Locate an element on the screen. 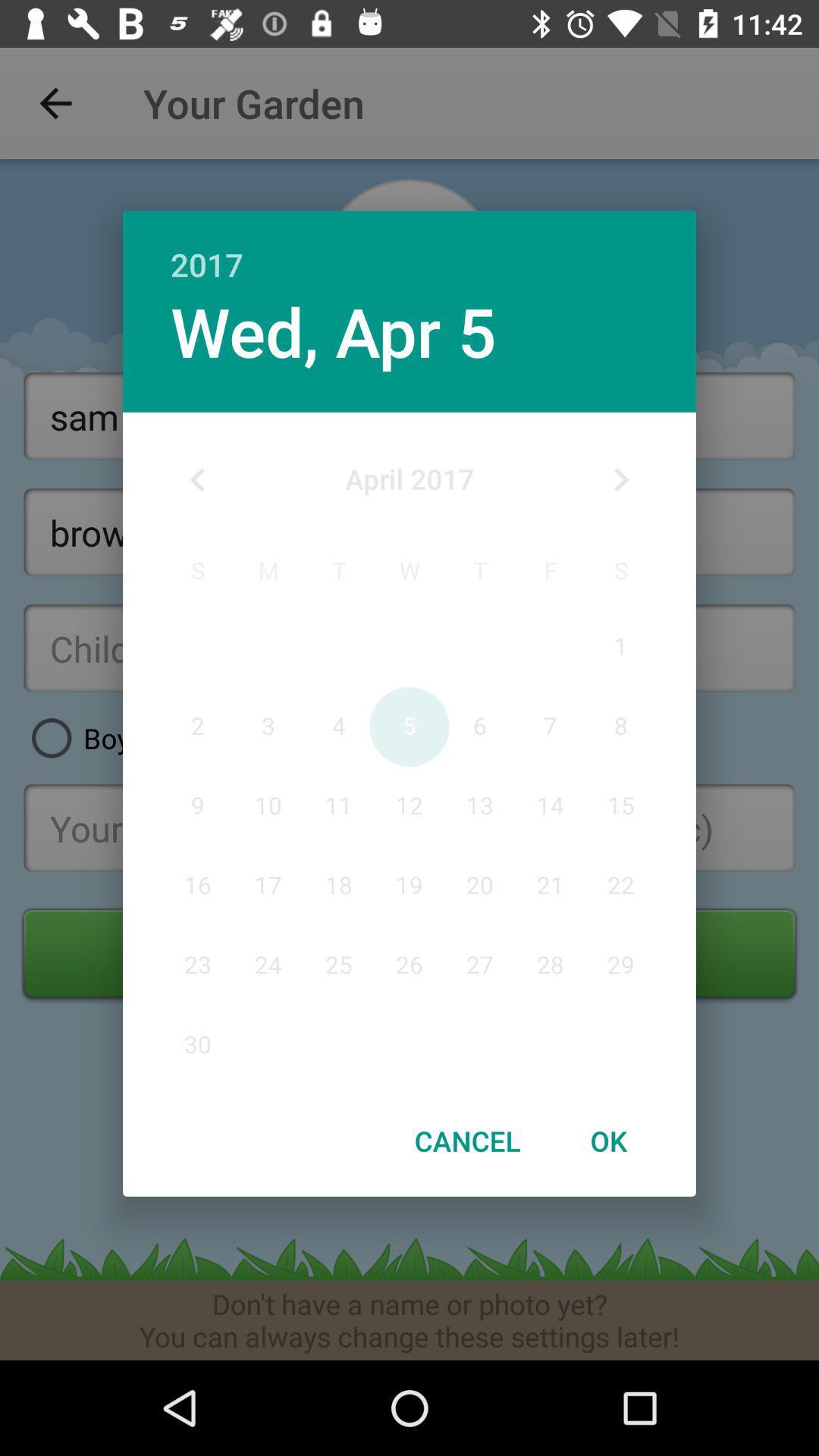  the 2017 is located at coordinates (409, 248).